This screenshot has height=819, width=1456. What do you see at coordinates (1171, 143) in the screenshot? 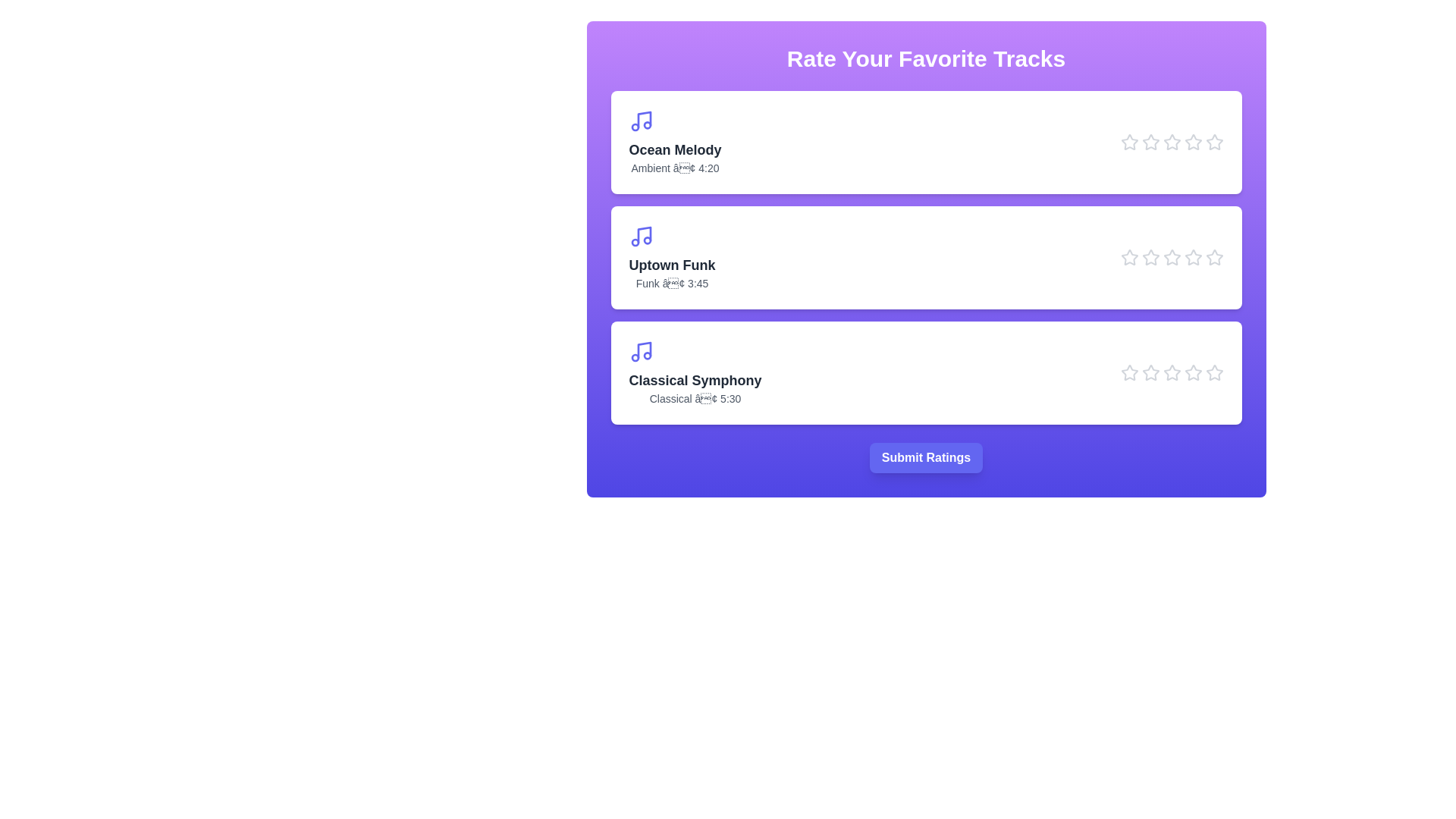
I see `the star icon corresponding to Ocean Melody at 3 stars to preview the rating` at bounding box center [1171, 143].